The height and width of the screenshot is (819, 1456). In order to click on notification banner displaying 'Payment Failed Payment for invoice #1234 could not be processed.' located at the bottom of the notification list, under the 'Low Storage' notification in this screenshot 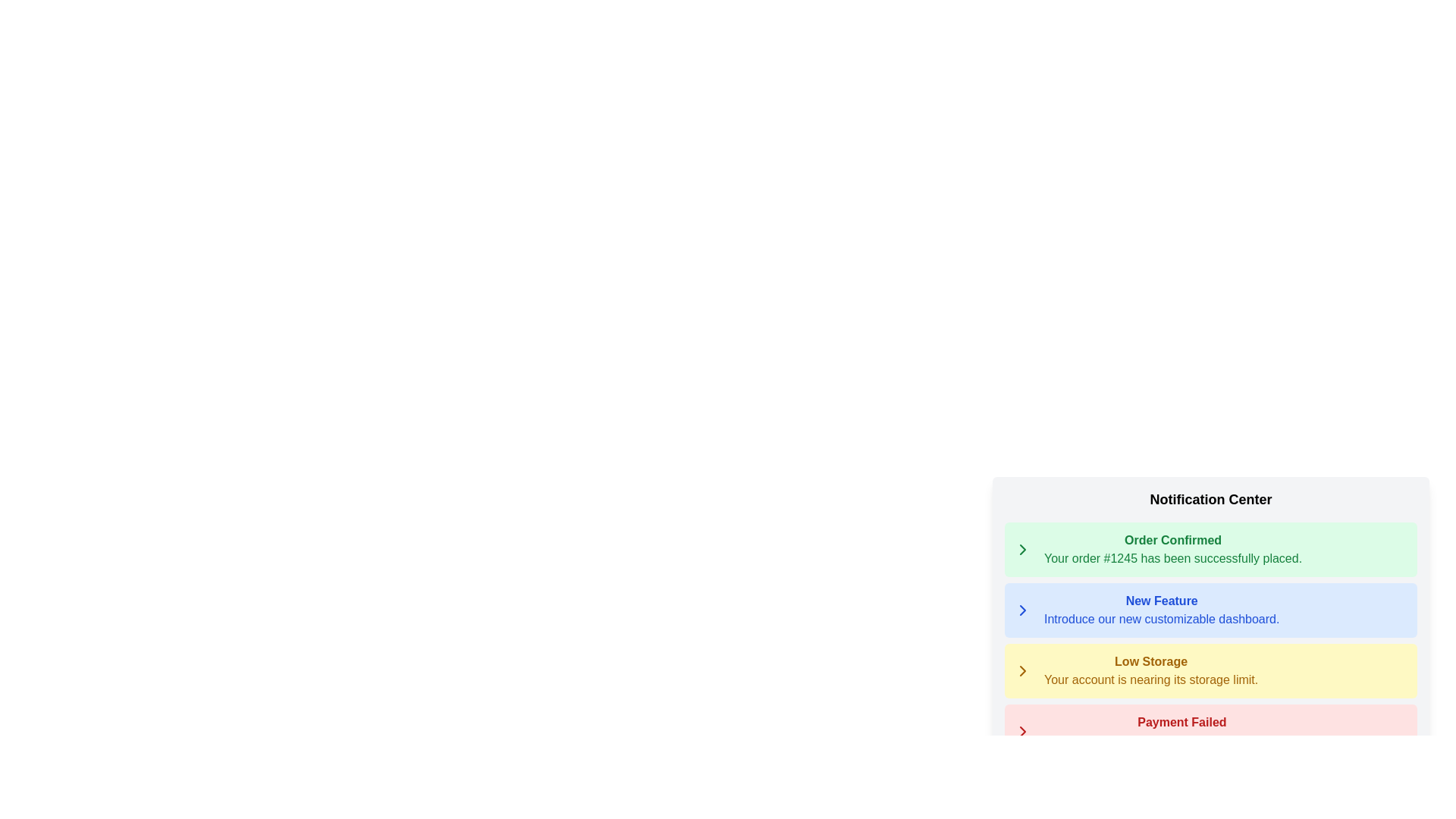, I will do `click(1181, 730)`.